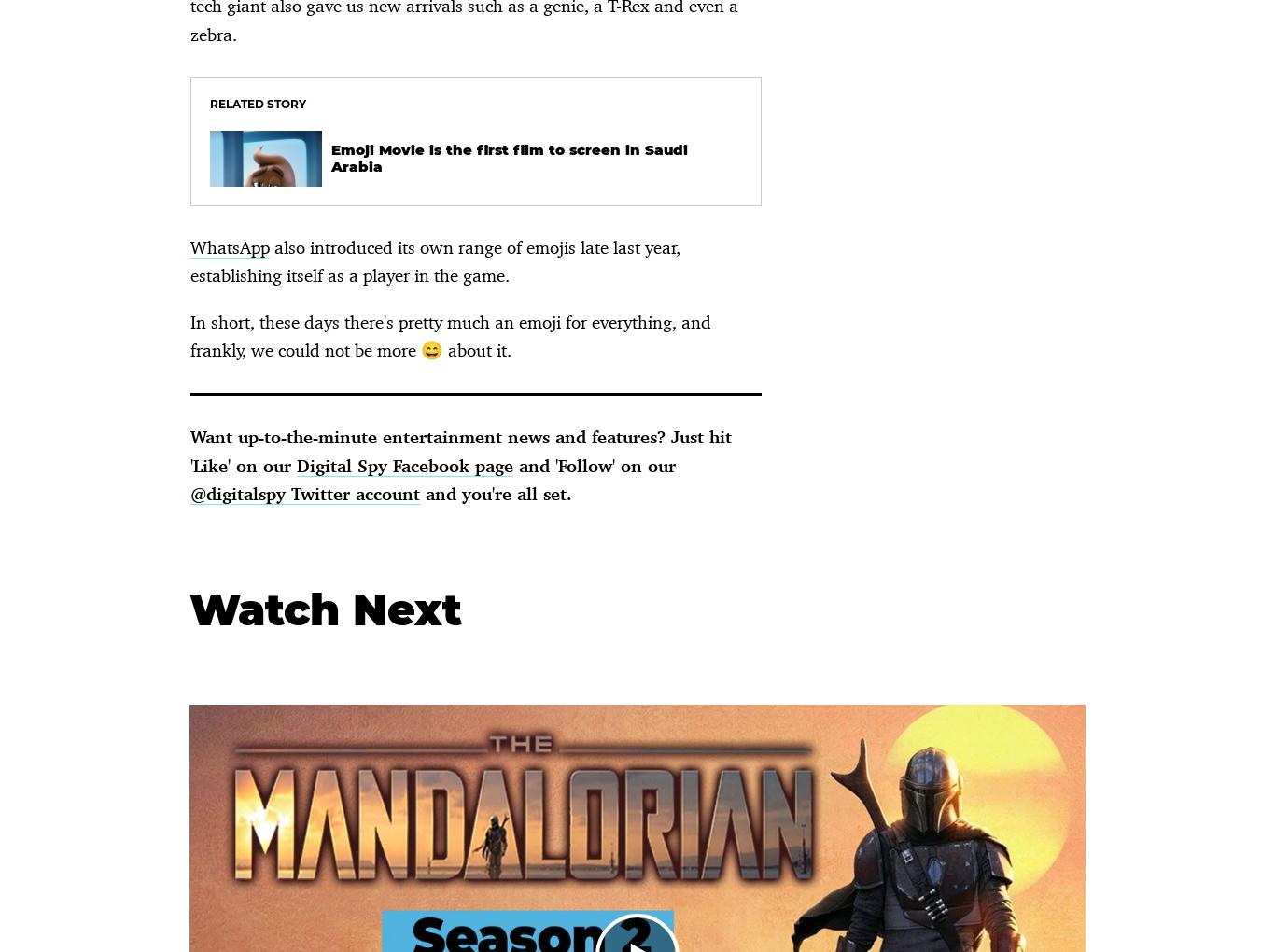 The image size is (1275, 952). I want to click on 'Complaints', so click(637, 221).